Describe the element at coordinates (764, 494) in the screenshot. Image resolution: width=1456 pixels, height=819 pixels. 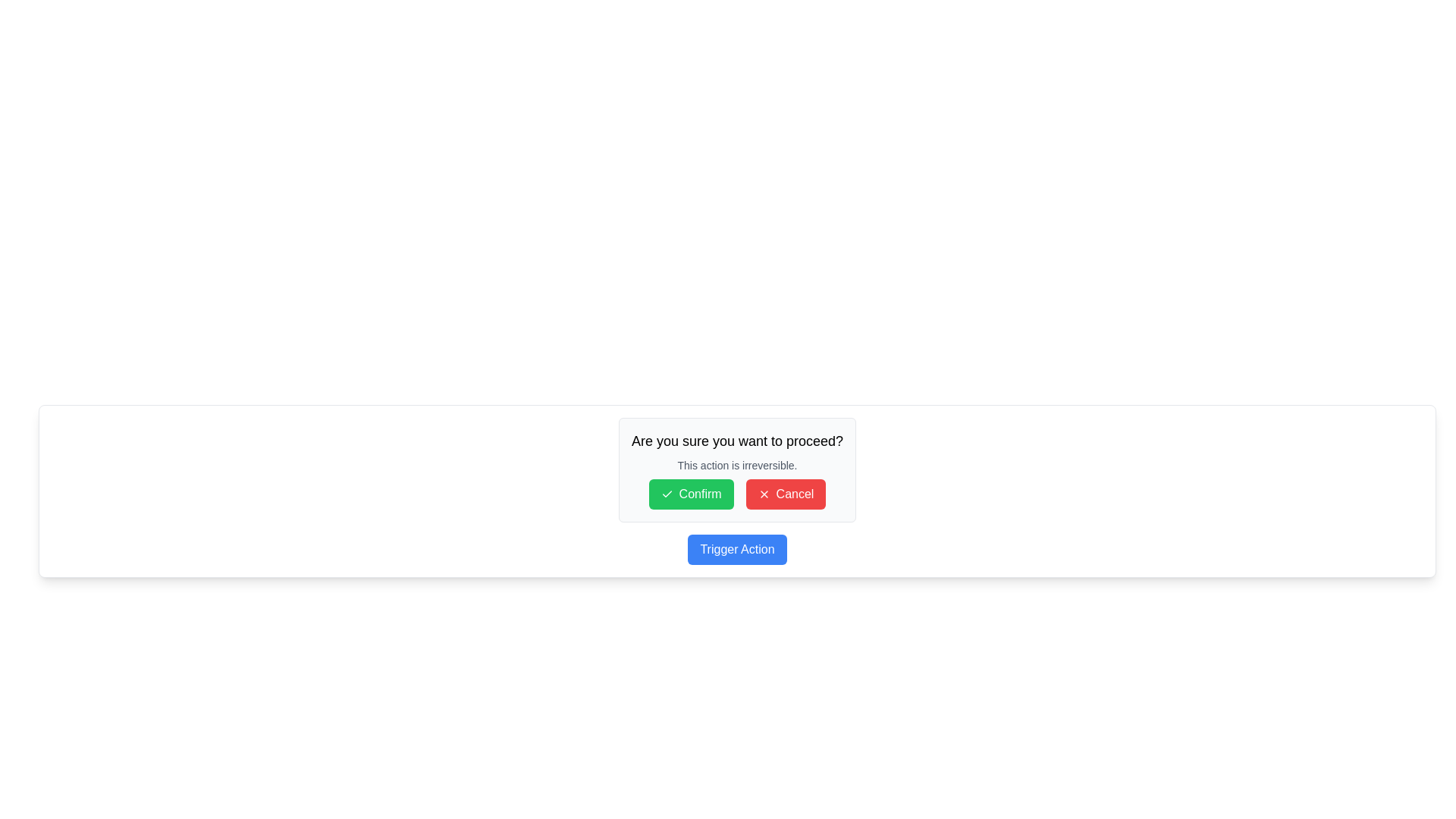
I see `the cancellation icon located to the left of the 'Cancel' button text` at that location.